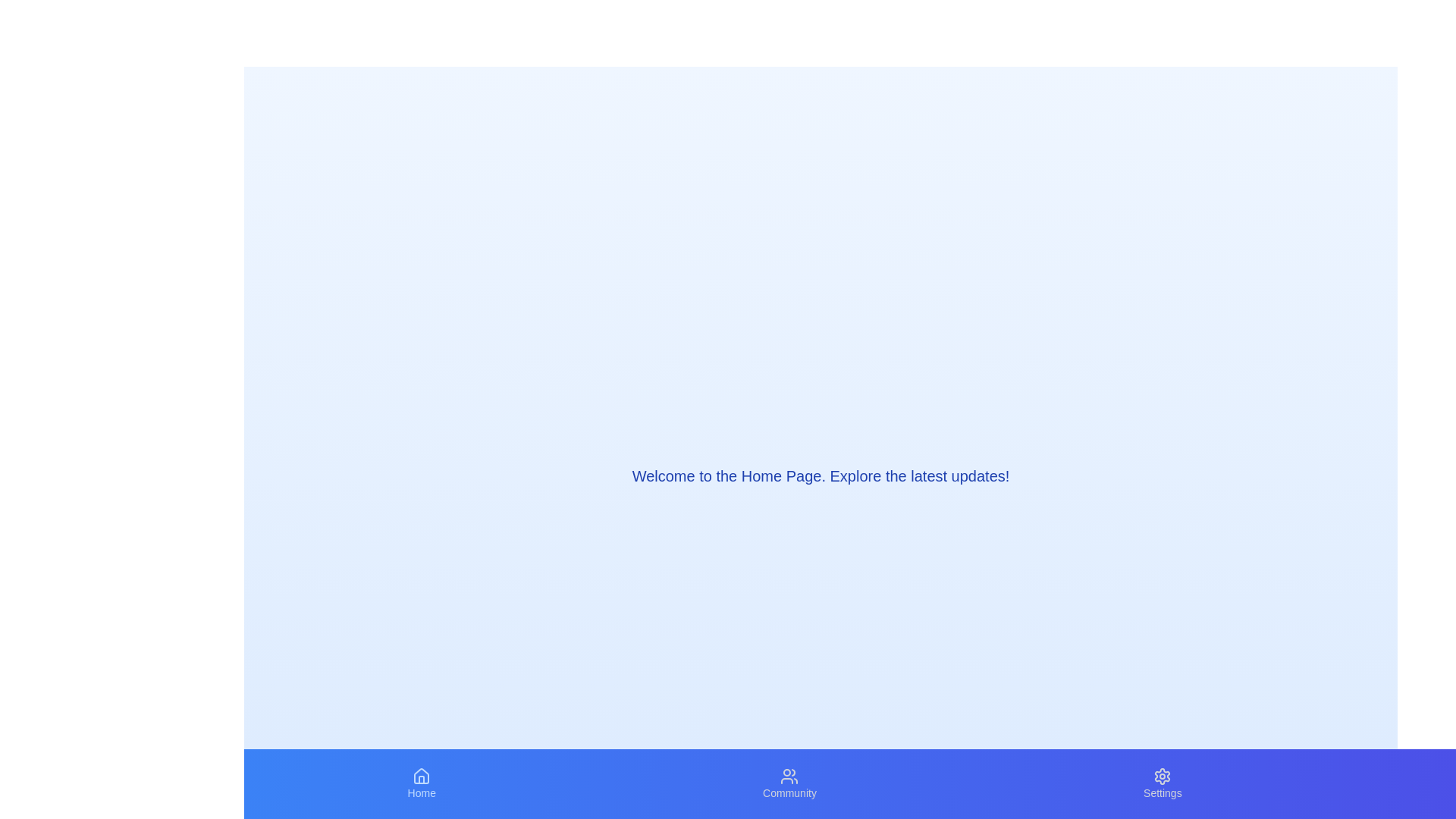 The image size is (1456, 819). What do you see at coordinates (789, 783) in the screenshot?
I see `the 'Community' button located on the bottom navigation bar, which features an icon of a group of people and is positioned between the 'Home' and 'Settings' items` at bounding box center [789, 783].